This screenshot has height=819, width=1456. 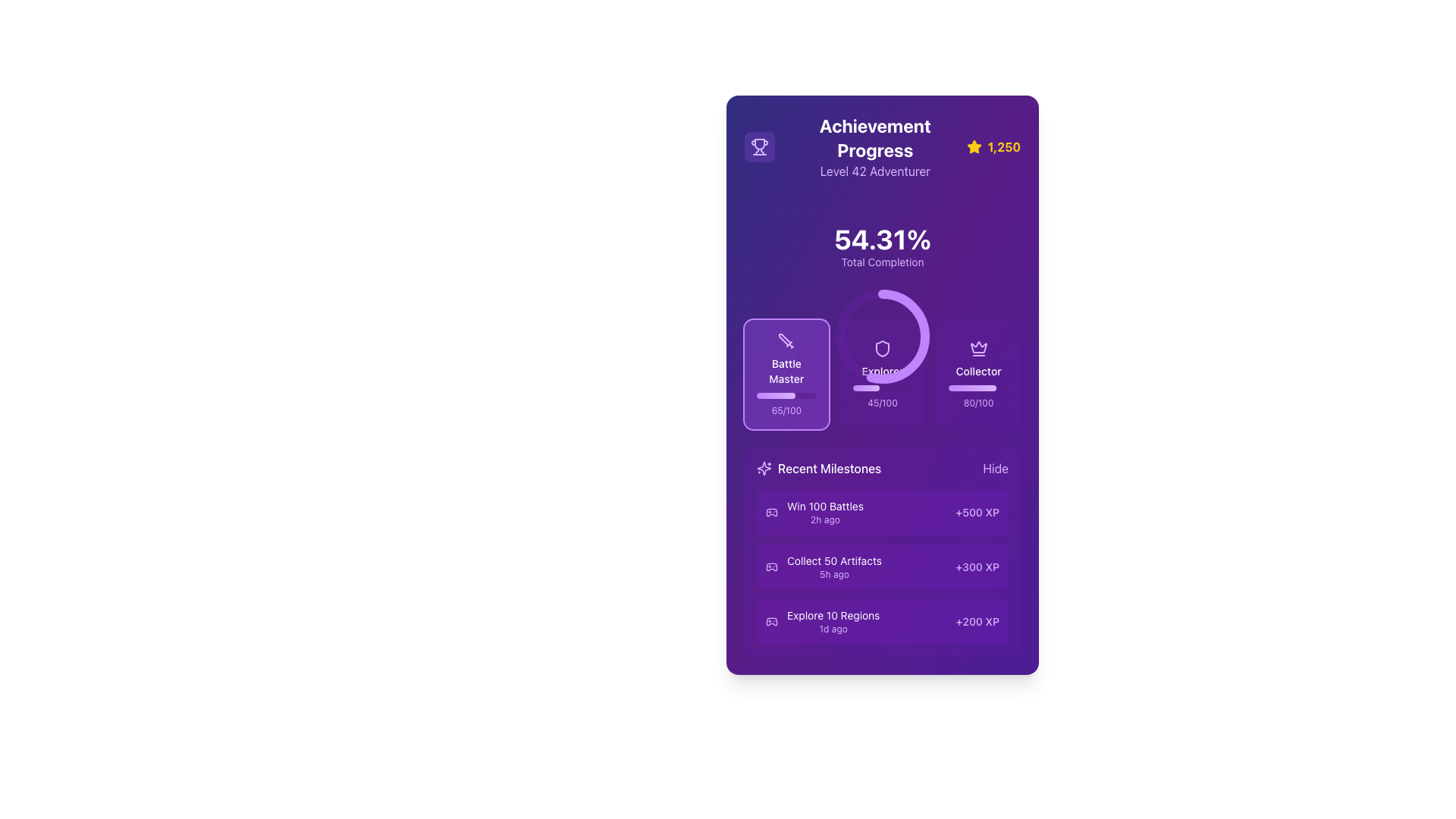 I want to click on the progress bar located in the 'Battle Master' section, styled with a gradient from light to darker purple, positioned directly below the title 'Battle Master', so click(x=786, y=394).